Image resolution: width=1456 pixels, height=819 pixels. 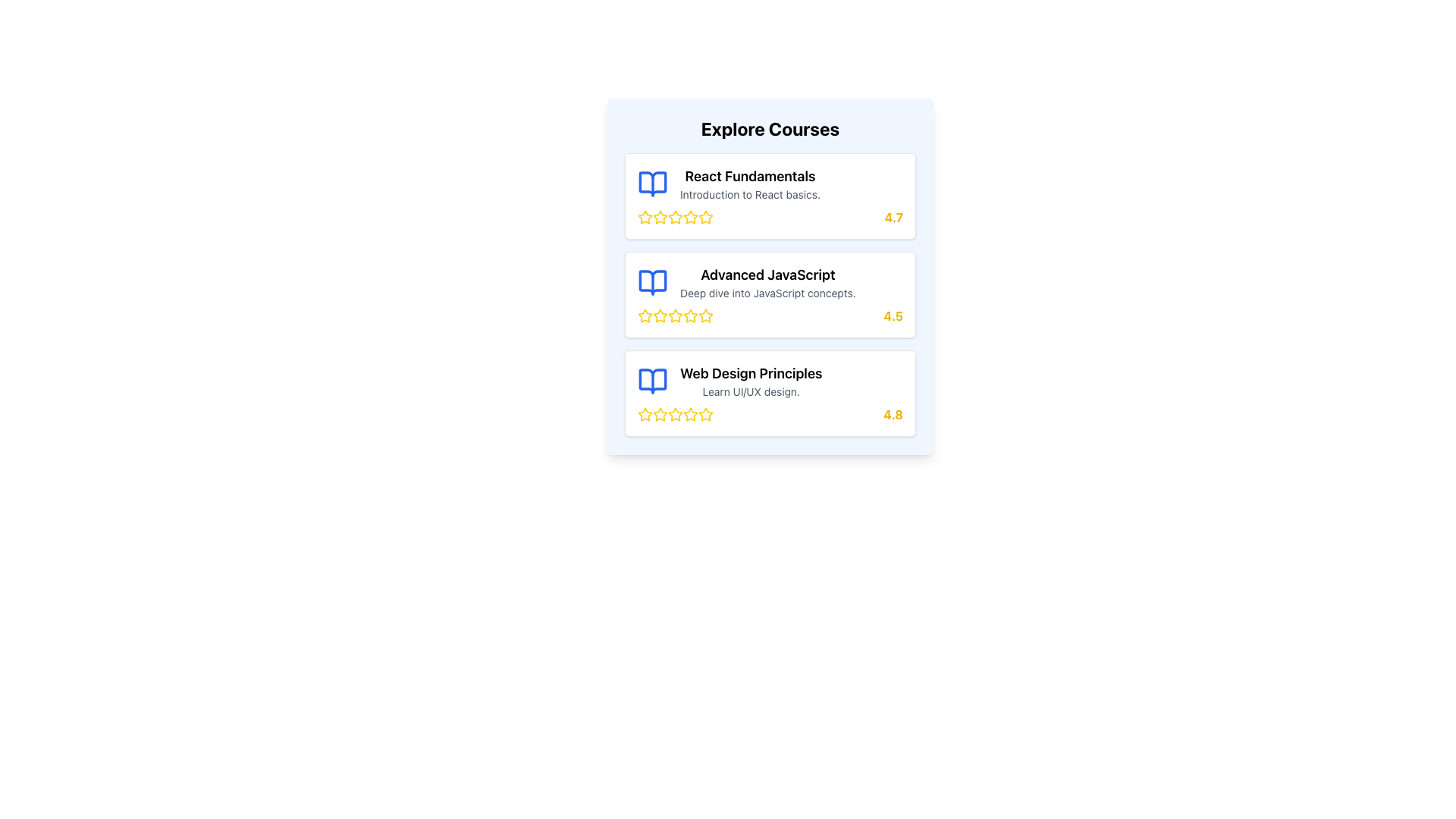 What do you see at coordinates (659, 216) in the screenshot?
I see `the first Rating Star Icon in the 'React Fundamentals' course rating component to provide a rating` at bounding box center [659, 216].